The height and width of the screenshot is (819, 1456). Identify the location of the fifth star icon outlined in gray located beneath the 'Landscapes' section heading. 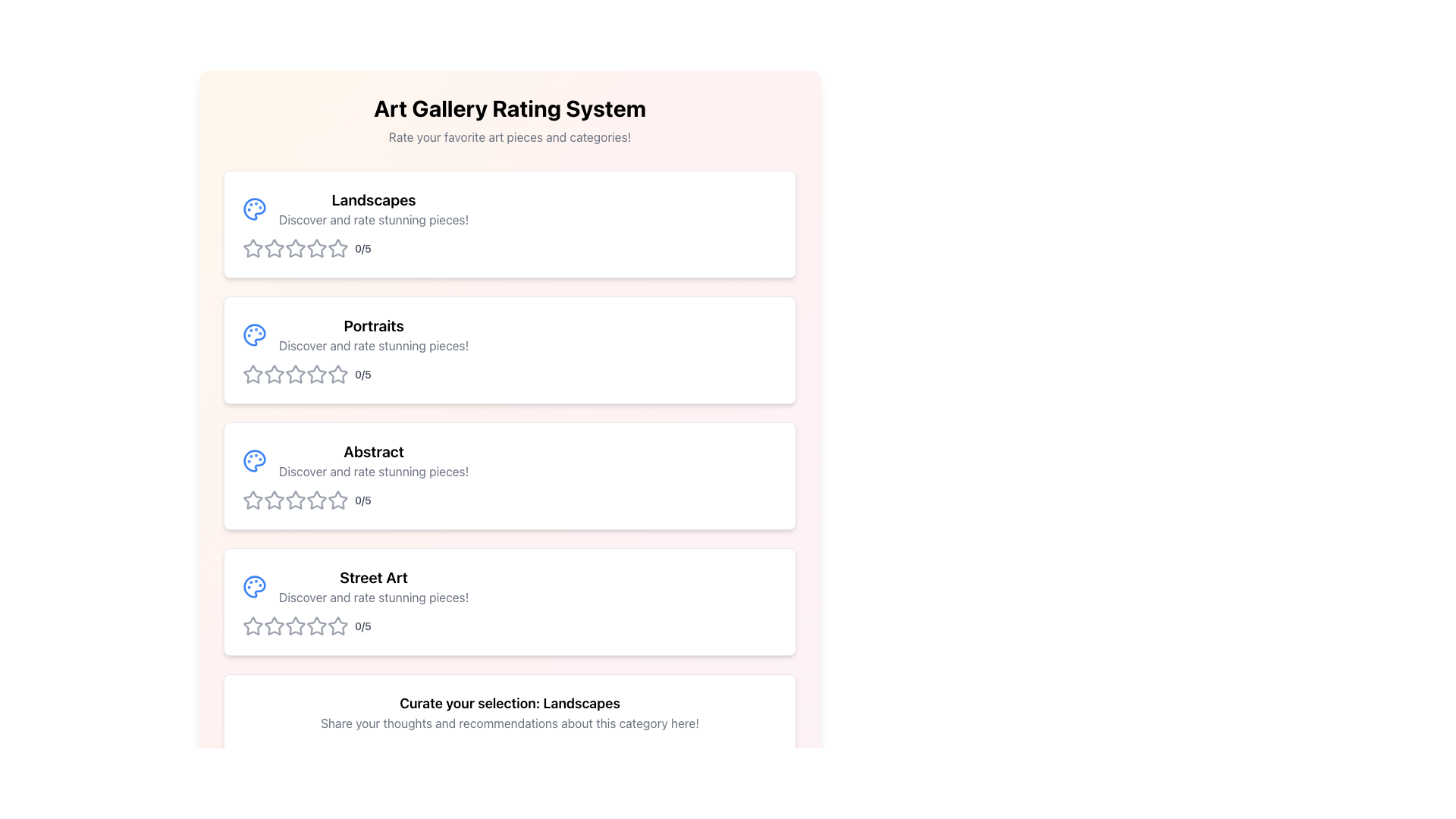
(315, 247).